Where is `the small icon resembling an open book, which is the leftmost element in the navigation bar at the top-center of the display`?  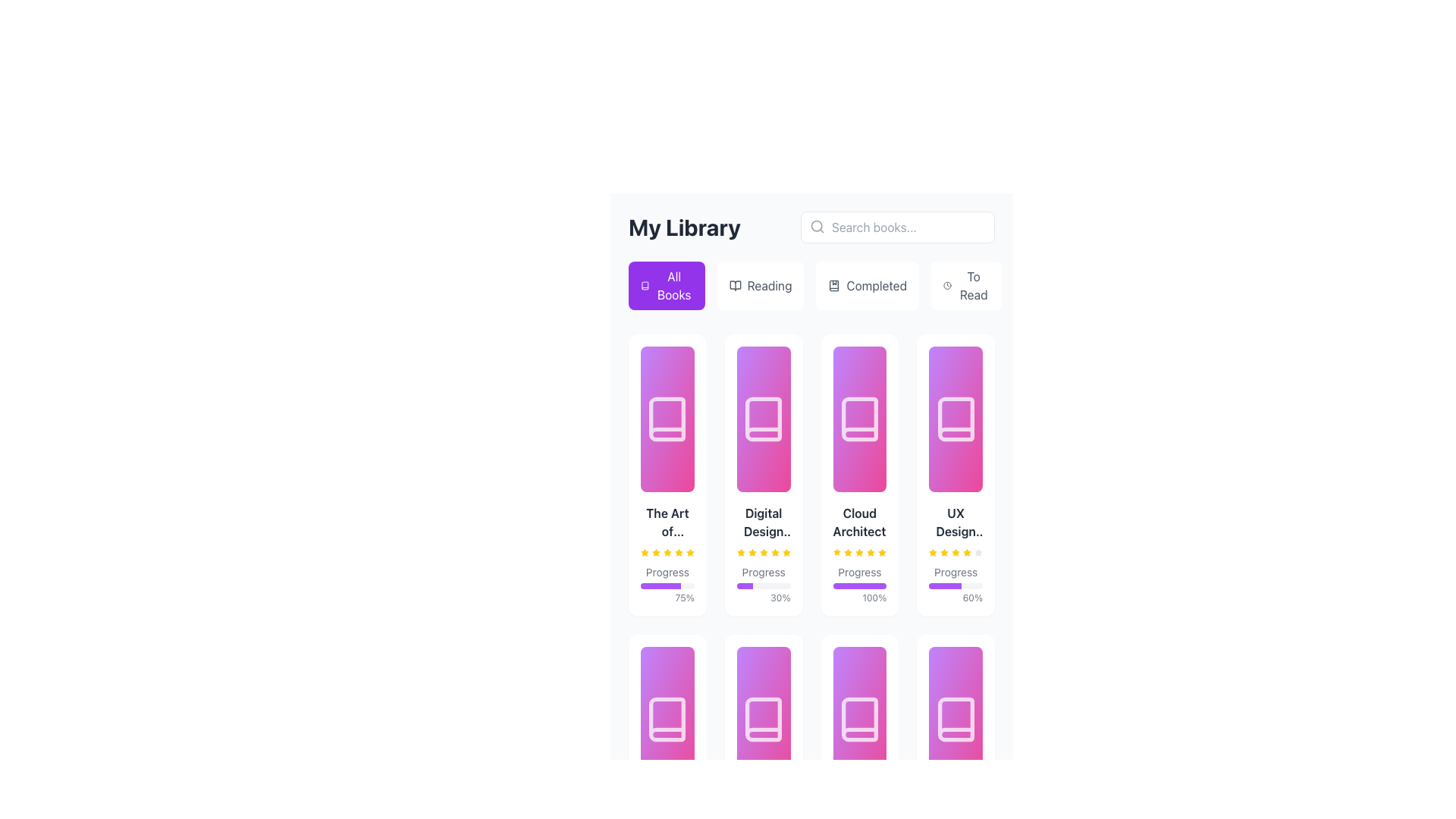 the small icon resembling an open book, which is the leftmost element in the navigation bar at the top-center of the display is located at coordinates (735, 286).